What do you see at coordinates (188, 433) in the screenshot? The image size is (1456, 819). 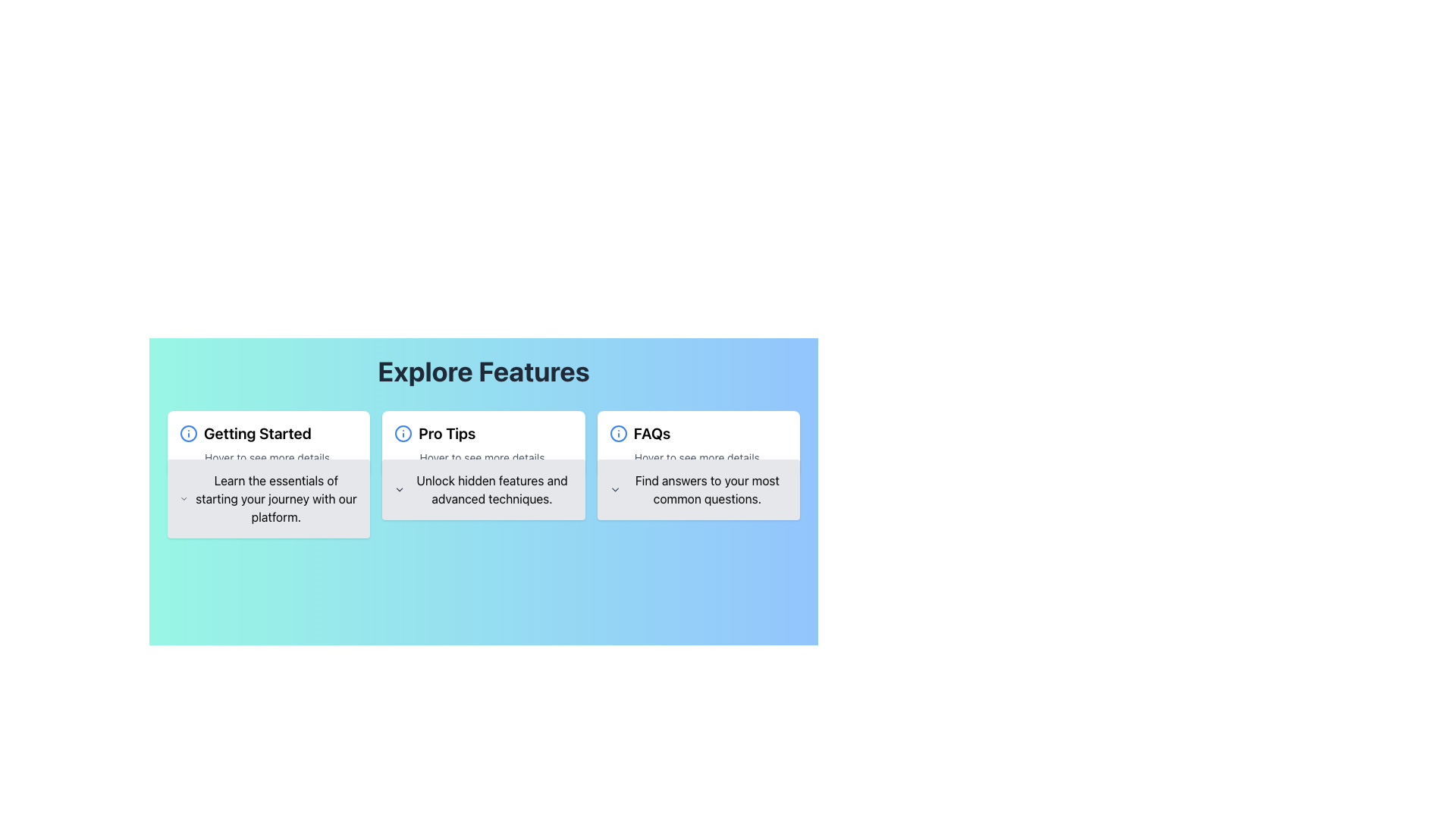 I see `the blue circular SVG element located at the top-left corner of the 'Getting Started' card` at bounding box center [188, 433].